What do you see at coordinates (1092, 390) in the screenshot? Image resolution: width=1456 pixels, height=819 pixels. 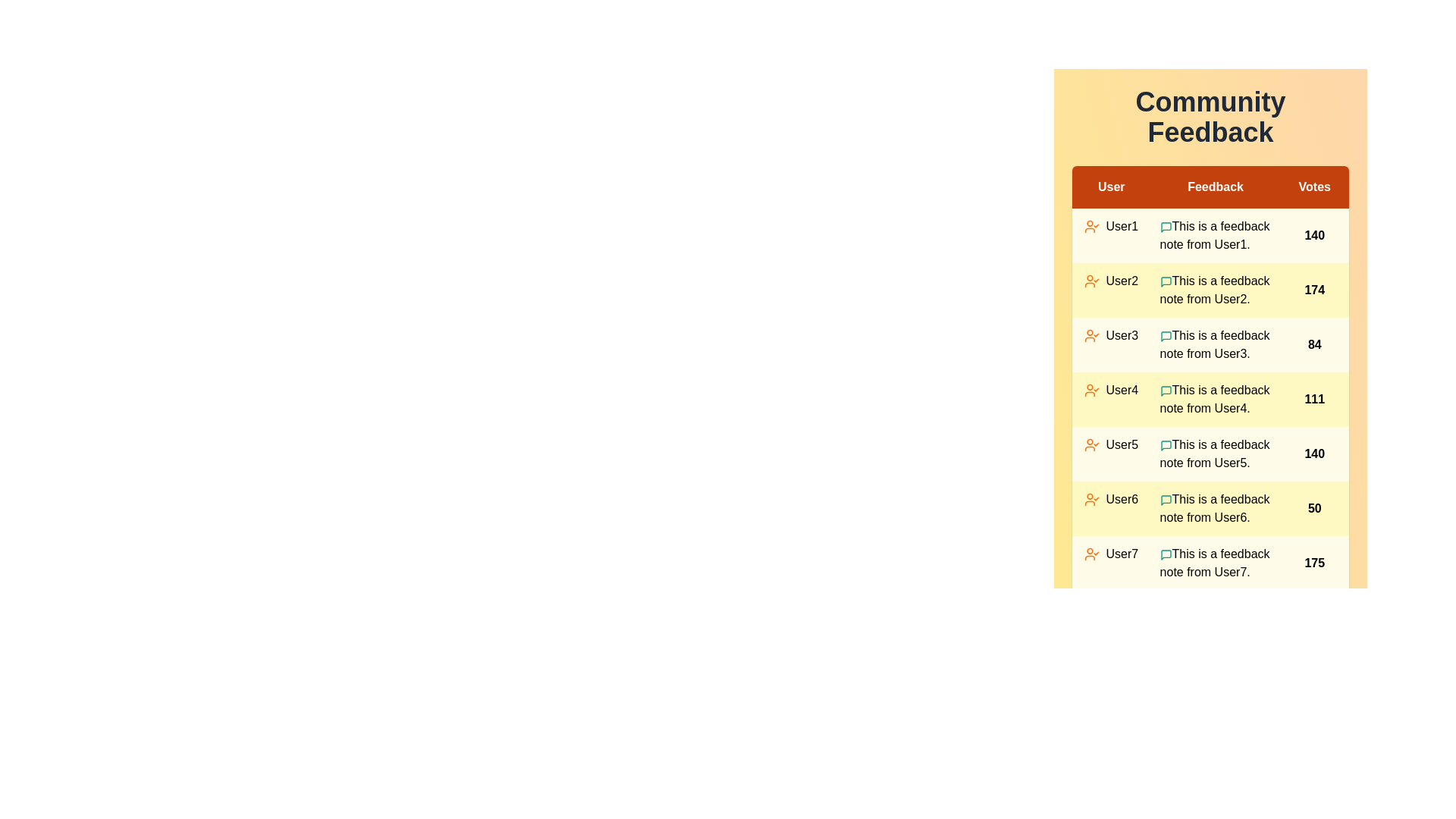 I see `the user icon corresponding to User4 to view their details` at bounding box center [1092, 390].